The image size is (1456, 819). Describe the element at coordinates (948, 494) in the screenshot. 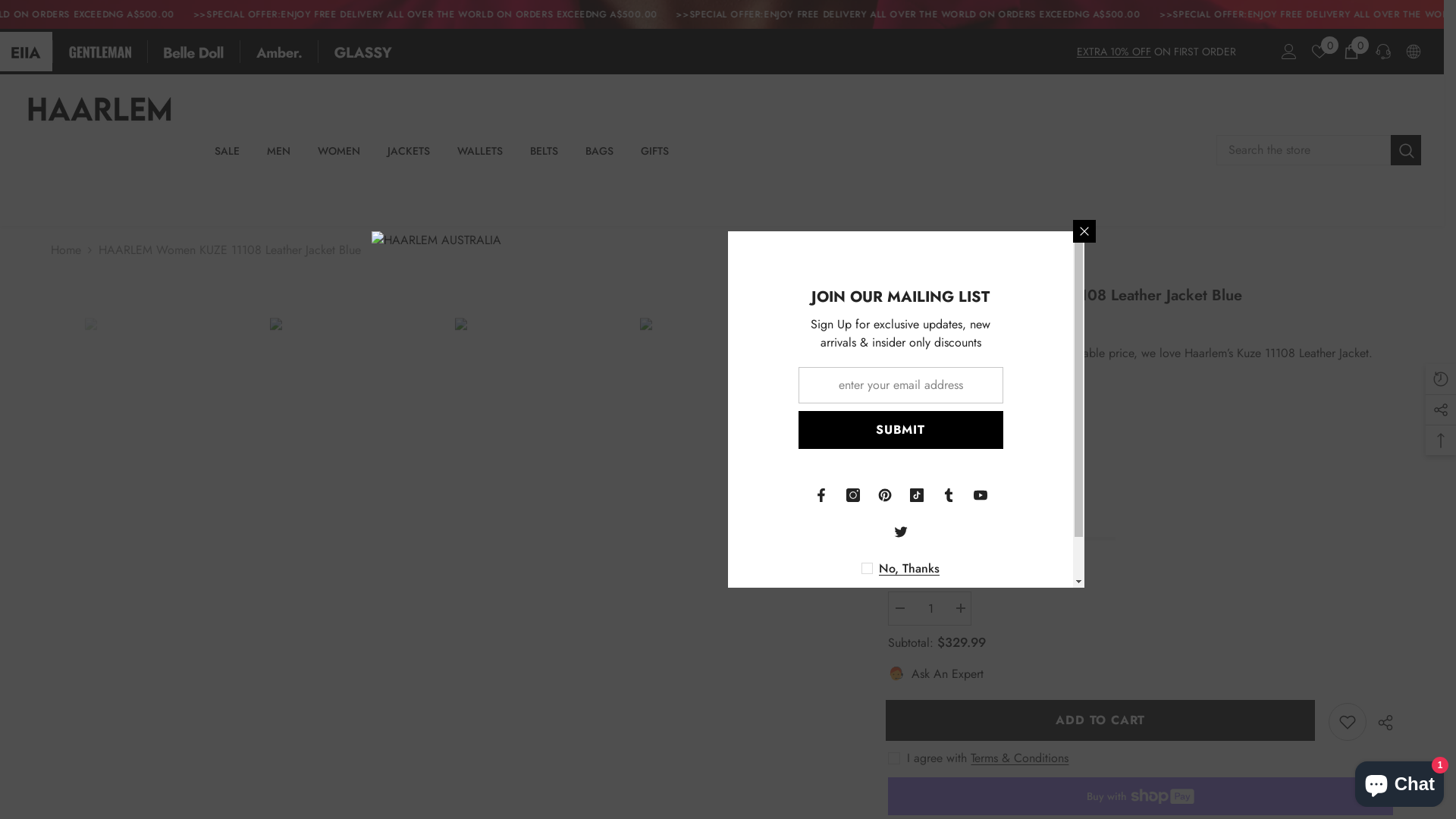

I see `'Tumblr'` at that location.